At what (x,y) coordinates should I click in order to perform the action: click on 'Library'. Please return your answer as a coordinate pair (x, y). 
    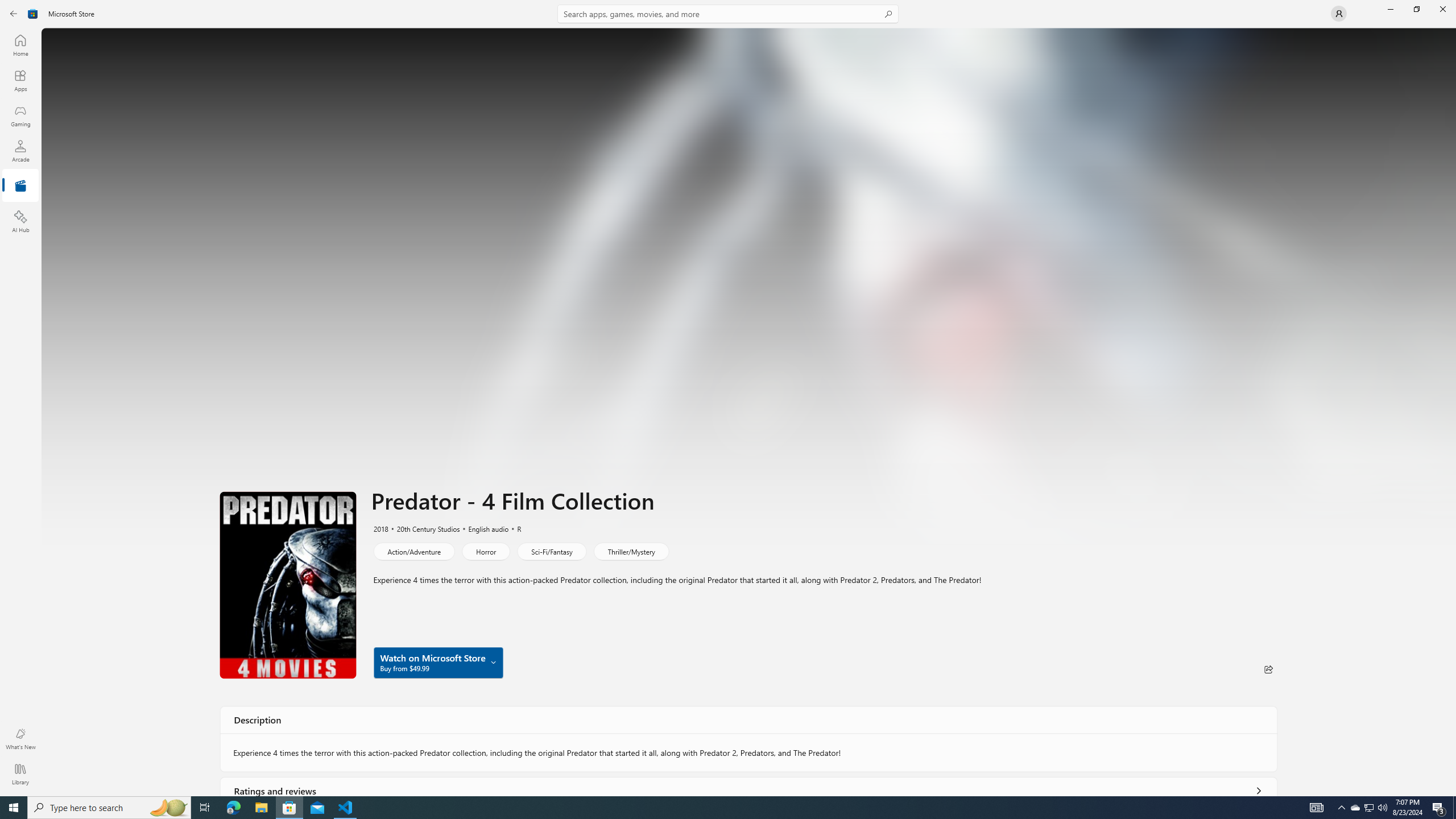
    Looking at the image, I should click on (19, 773).